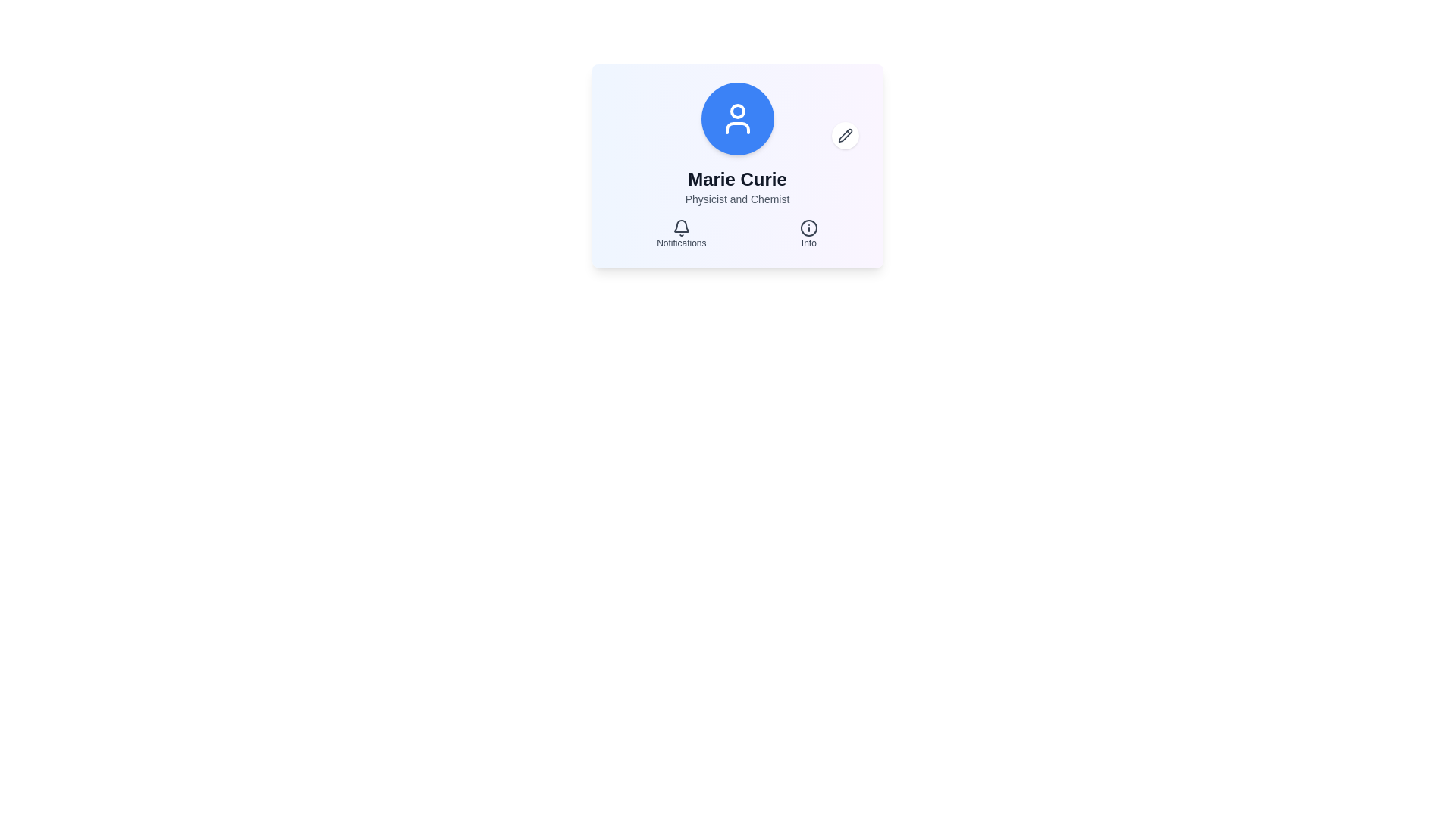  What do you see at coordinates (808, 227) in the screenshot?
I see `the circle component of the 'info' icon located at the bottom-right of the user profile card, which provides more information about the user profile` at bounding box center [808, 227].